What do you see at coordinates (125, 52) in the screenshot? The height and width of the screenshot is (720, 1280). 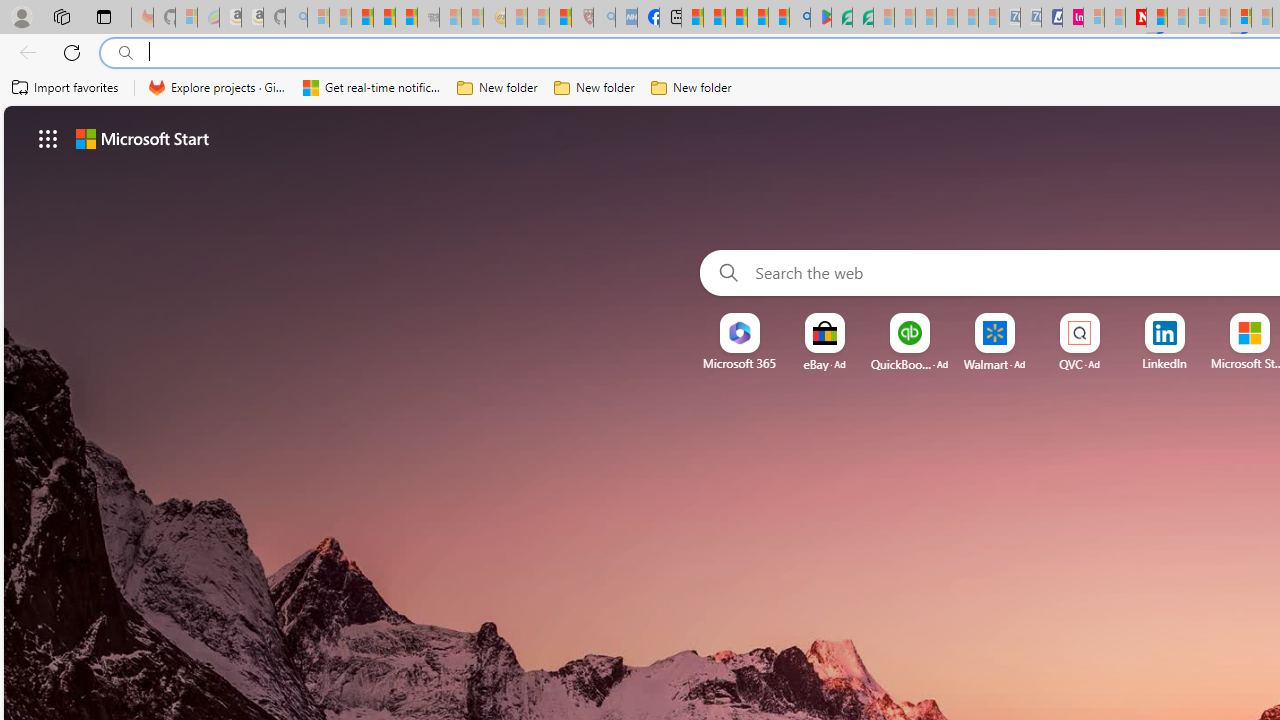 I see `'Search icon'` at bounding box center [125, 52].